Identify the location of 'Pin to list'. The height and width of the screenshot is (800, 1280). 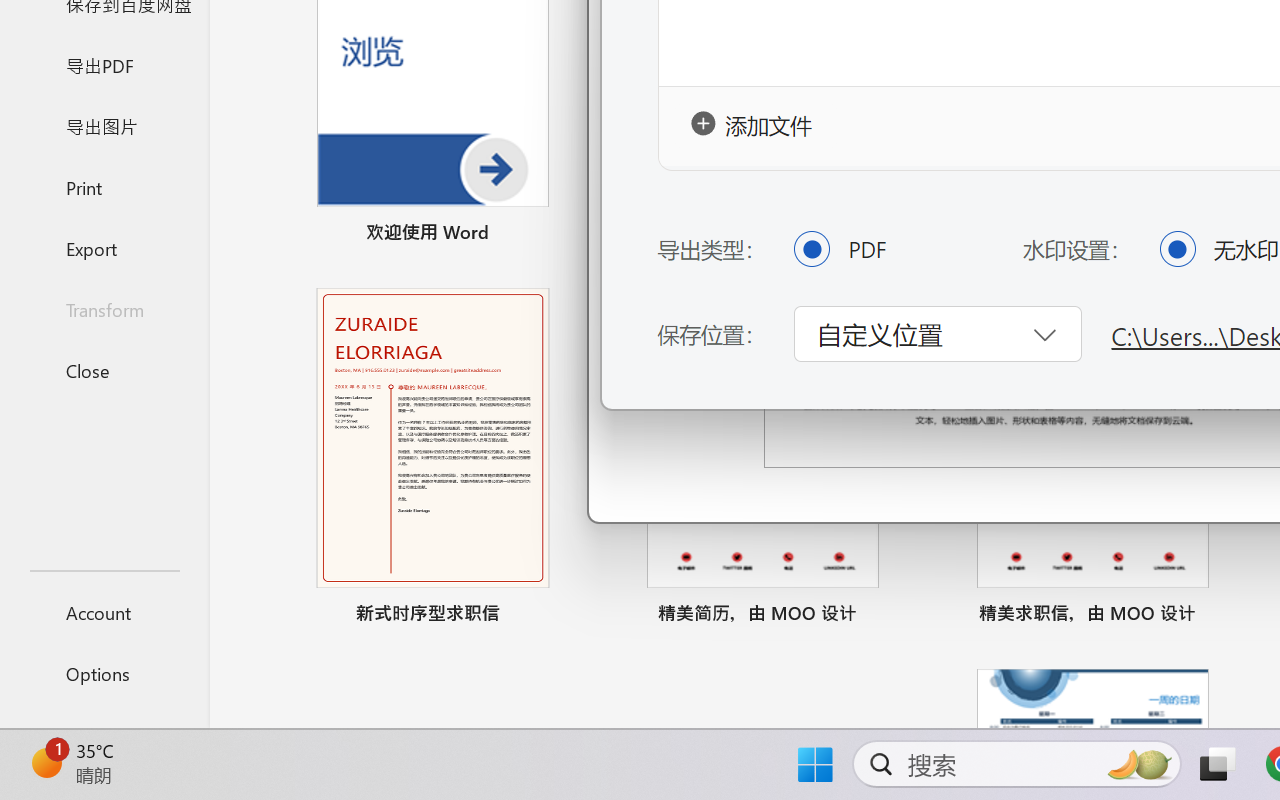
(1222, 616).